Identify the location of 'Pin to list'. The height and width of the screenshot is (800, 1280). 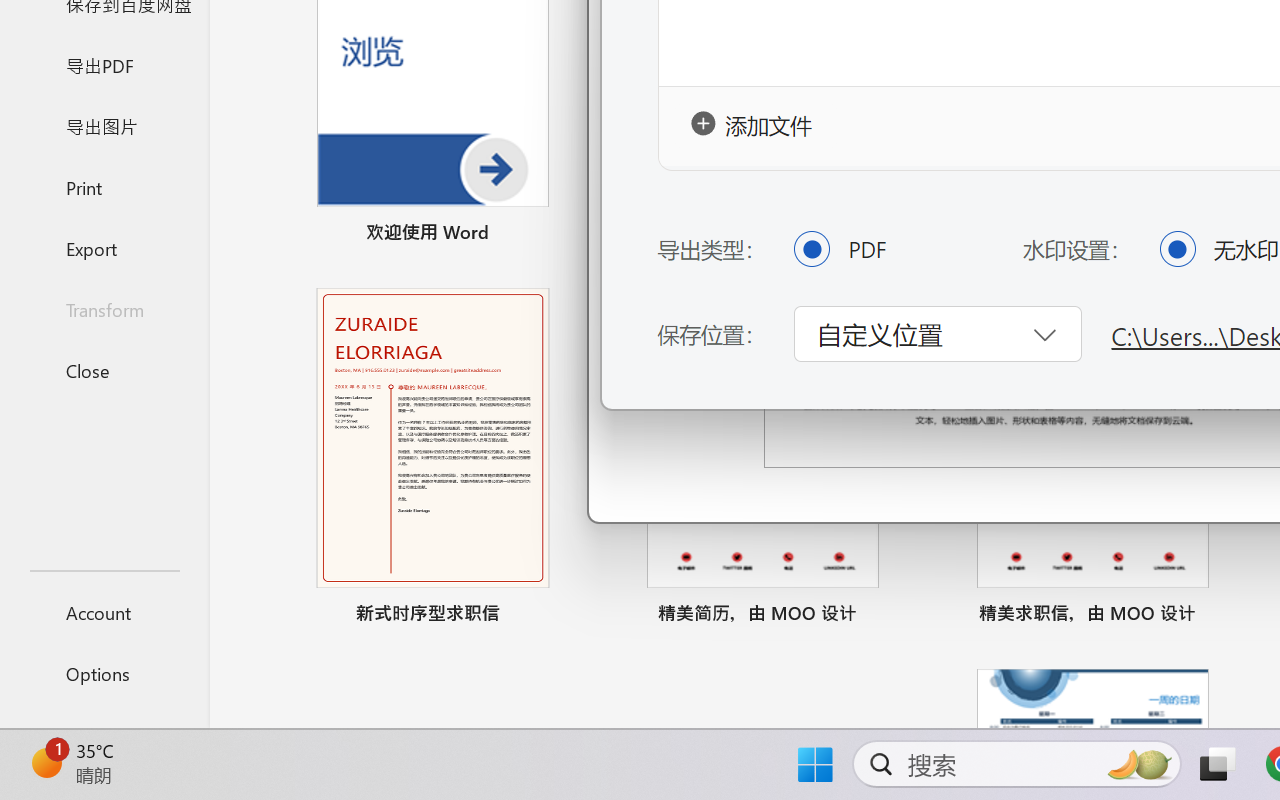
(1222, 616).